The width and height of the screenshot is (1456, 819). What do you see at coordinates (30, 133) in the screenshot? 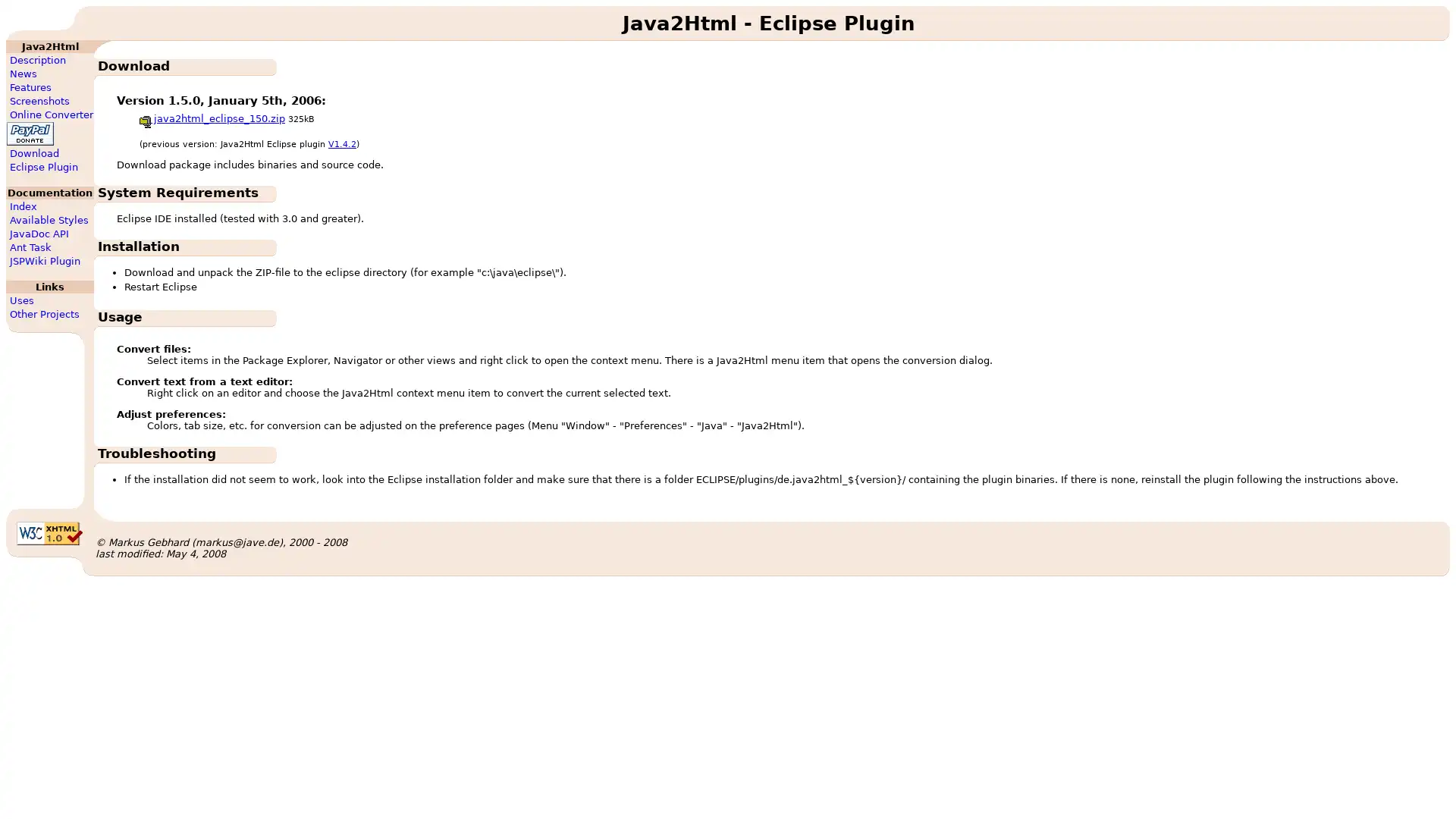
I see `Donate` at bounding box center [30, 133].